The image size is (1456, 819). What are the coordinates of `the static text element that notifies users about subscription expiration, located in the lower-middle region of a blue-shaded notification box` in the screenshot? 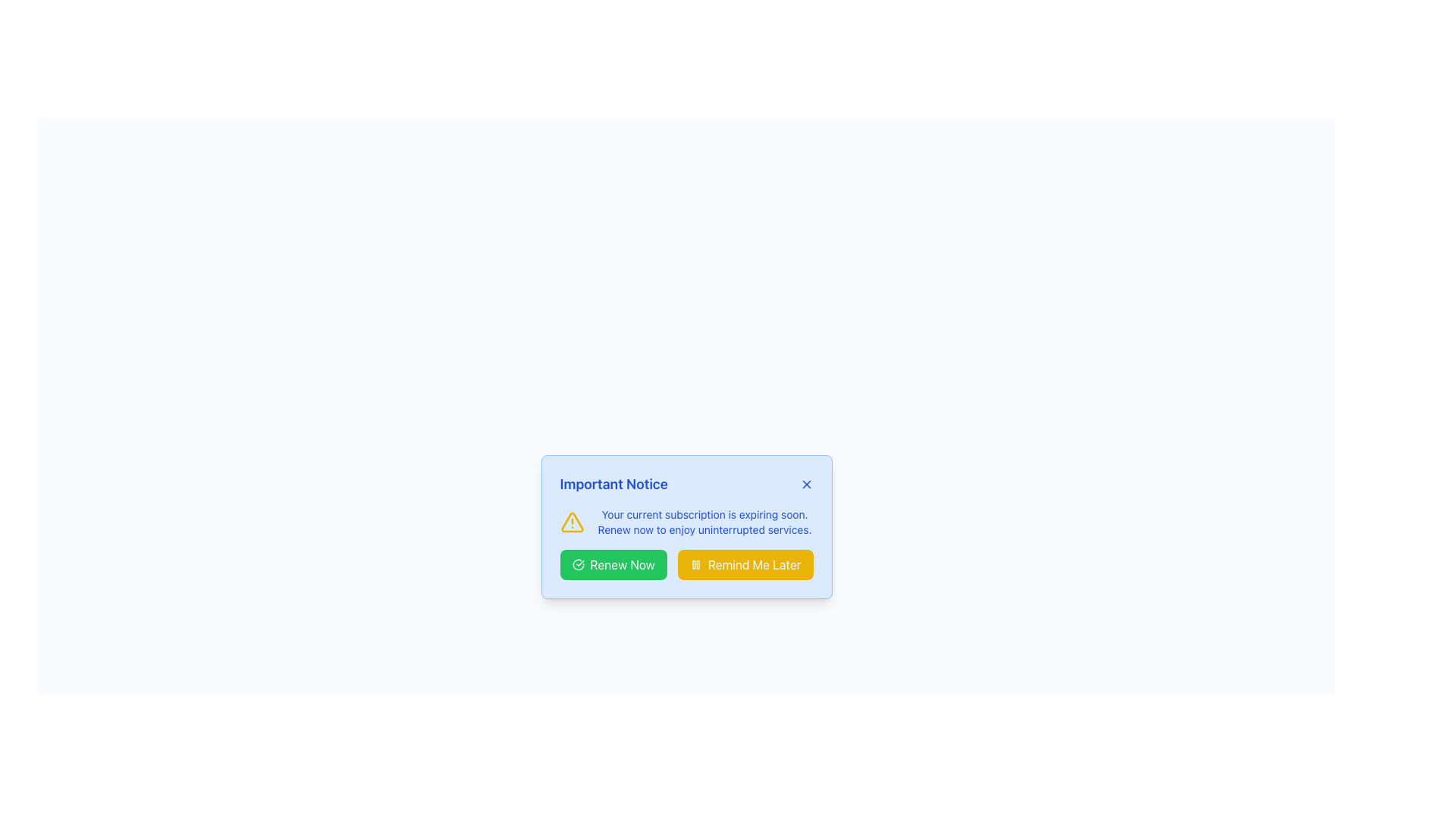 It's located at (704, 522).